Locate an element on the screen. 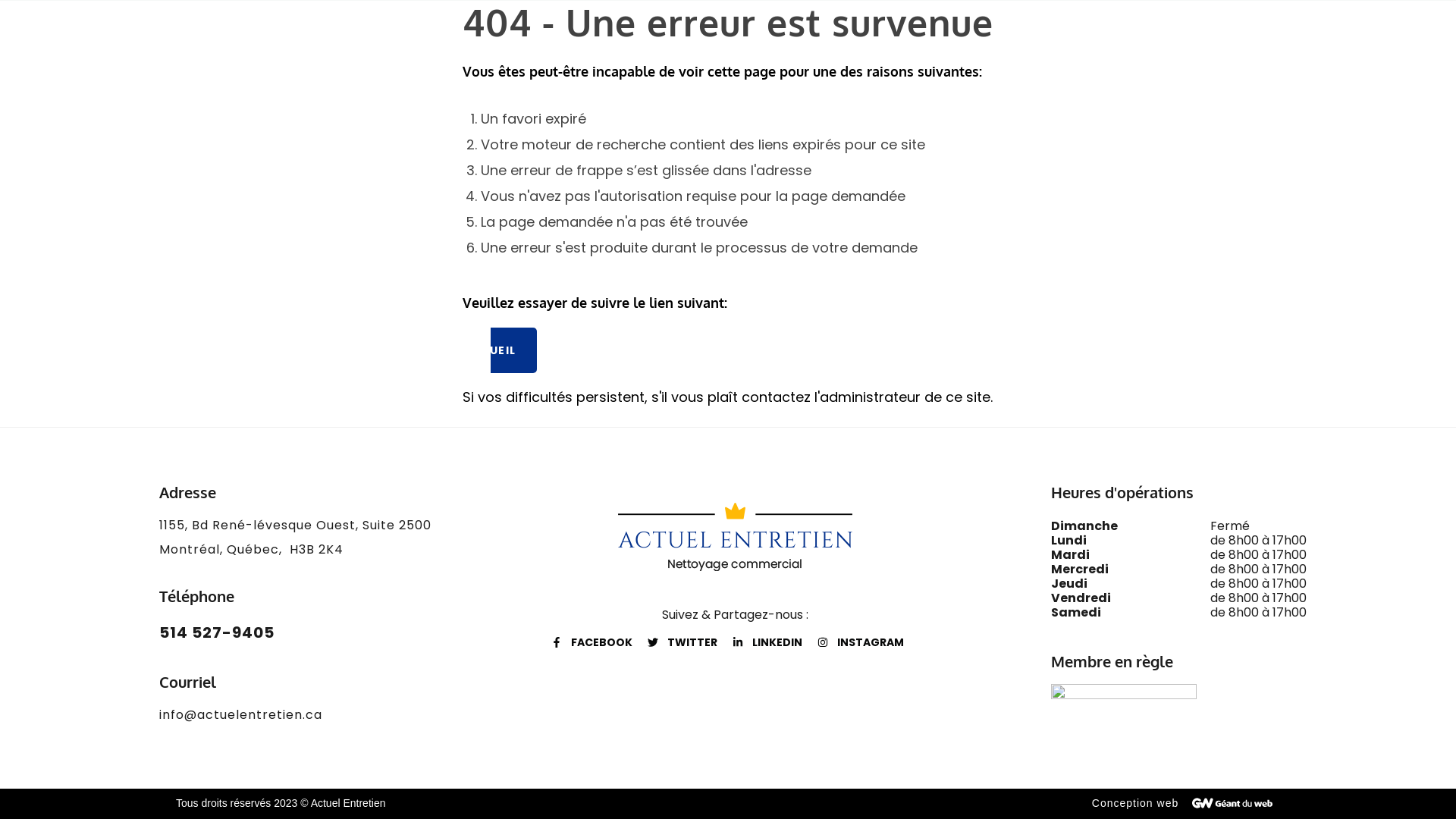 This screenshot has width=1456, height=819. 'INSTAGRAM' is located at coordinates (860, 643).